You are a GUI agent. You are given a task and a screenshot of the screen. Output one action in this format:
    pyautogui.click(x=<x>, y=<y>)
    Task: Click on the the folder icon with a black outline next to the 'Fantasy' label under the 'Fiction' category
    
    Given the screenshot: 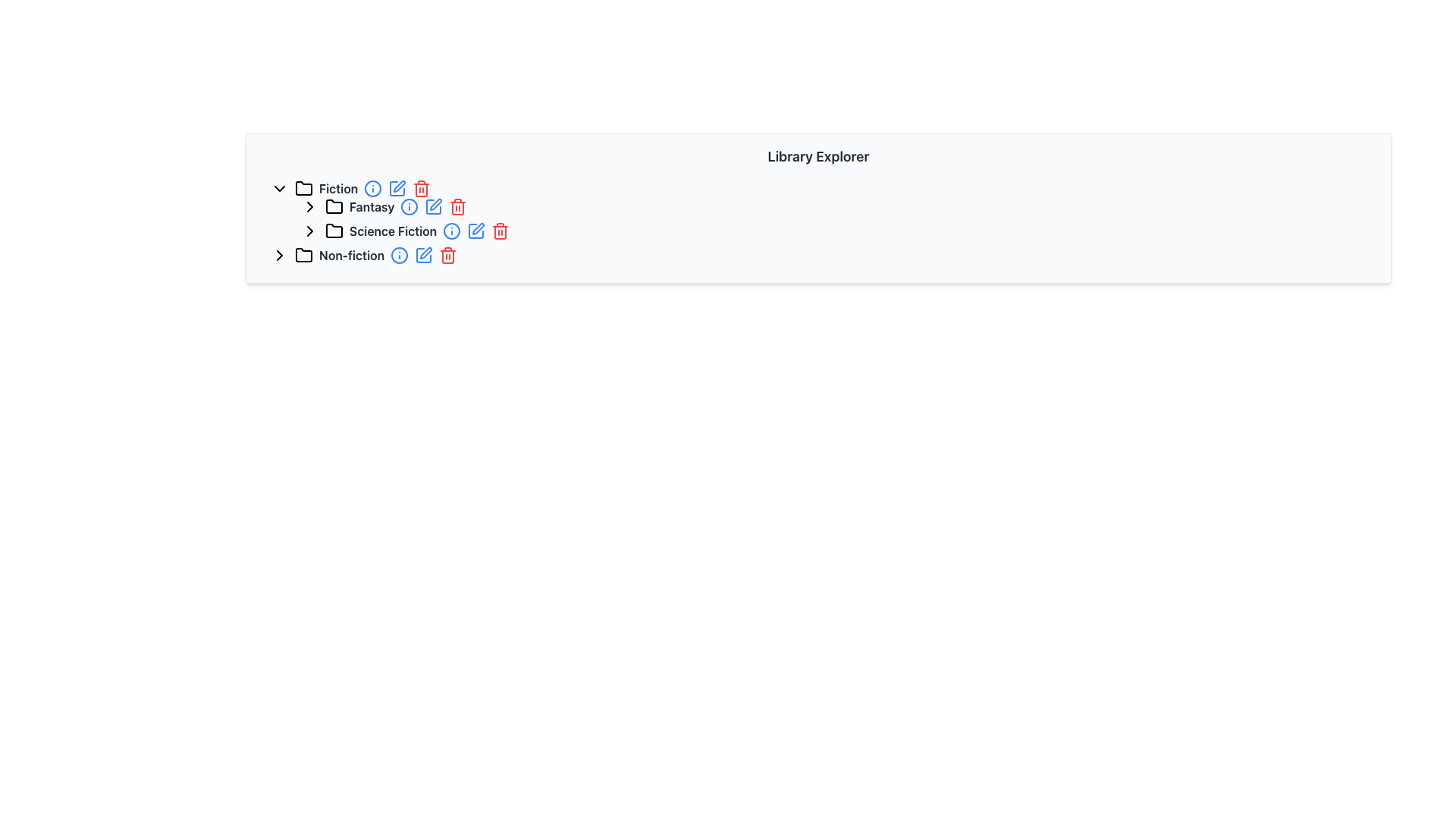 What is the action you would take?
    pyautogui.click(x=334, y=206)
    